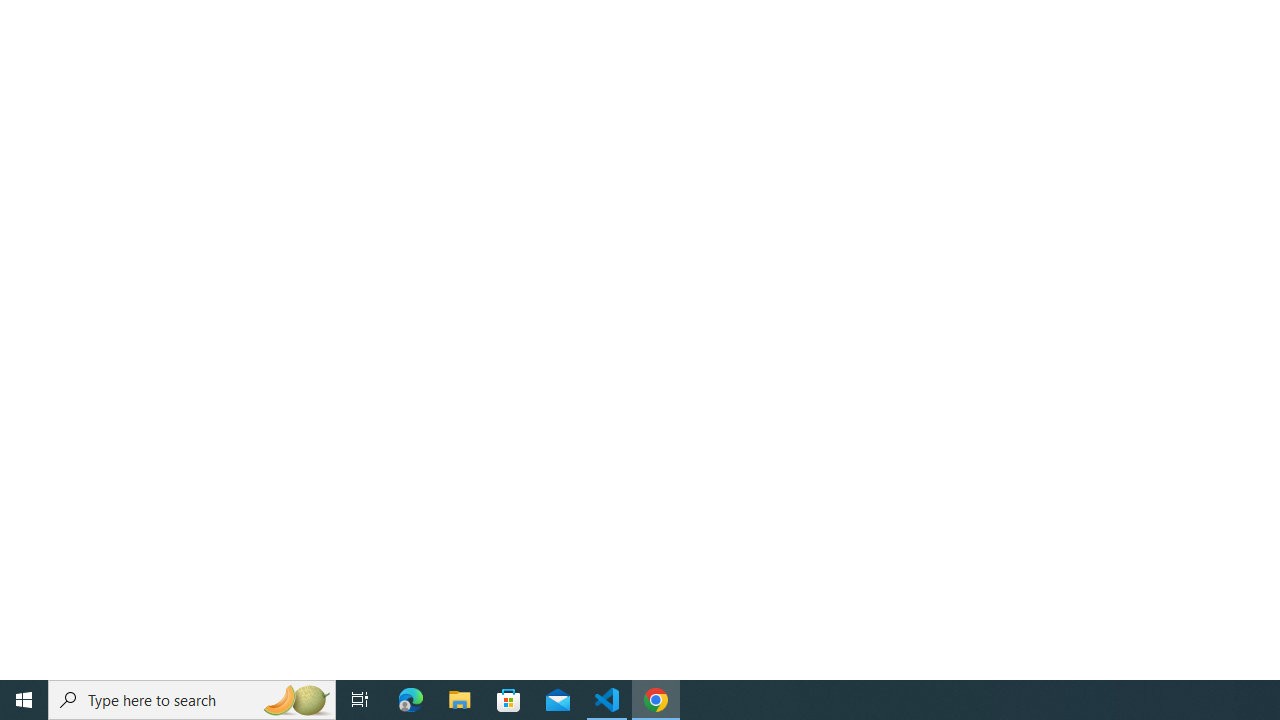  Describe the element at coordinates (410, 698) in the screenshot. I see `'Microsoft Edge'` at that location.